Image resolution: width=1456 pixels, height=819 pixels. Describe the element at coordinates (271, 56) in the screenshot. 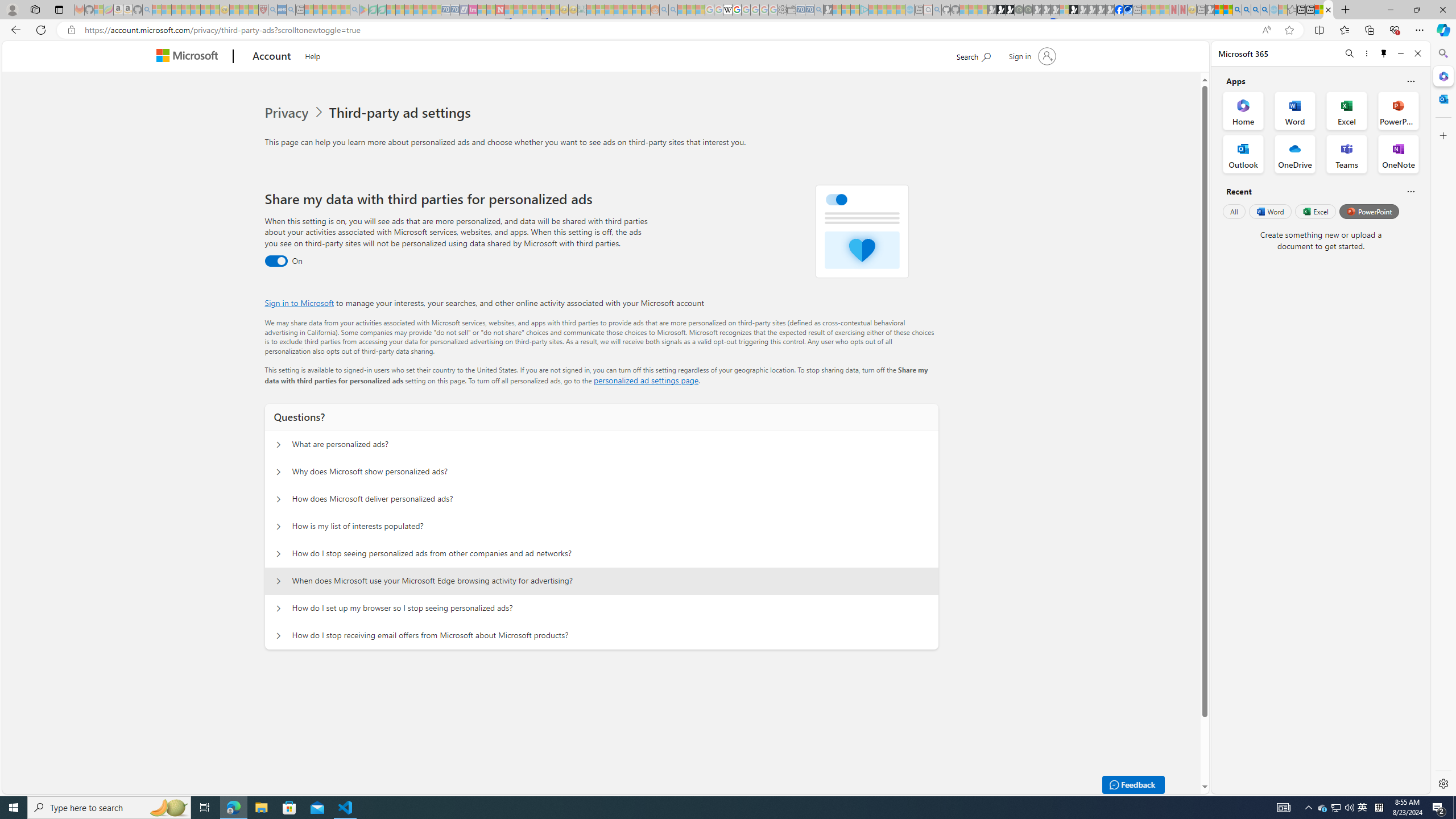

I see `'Account'` at that location.